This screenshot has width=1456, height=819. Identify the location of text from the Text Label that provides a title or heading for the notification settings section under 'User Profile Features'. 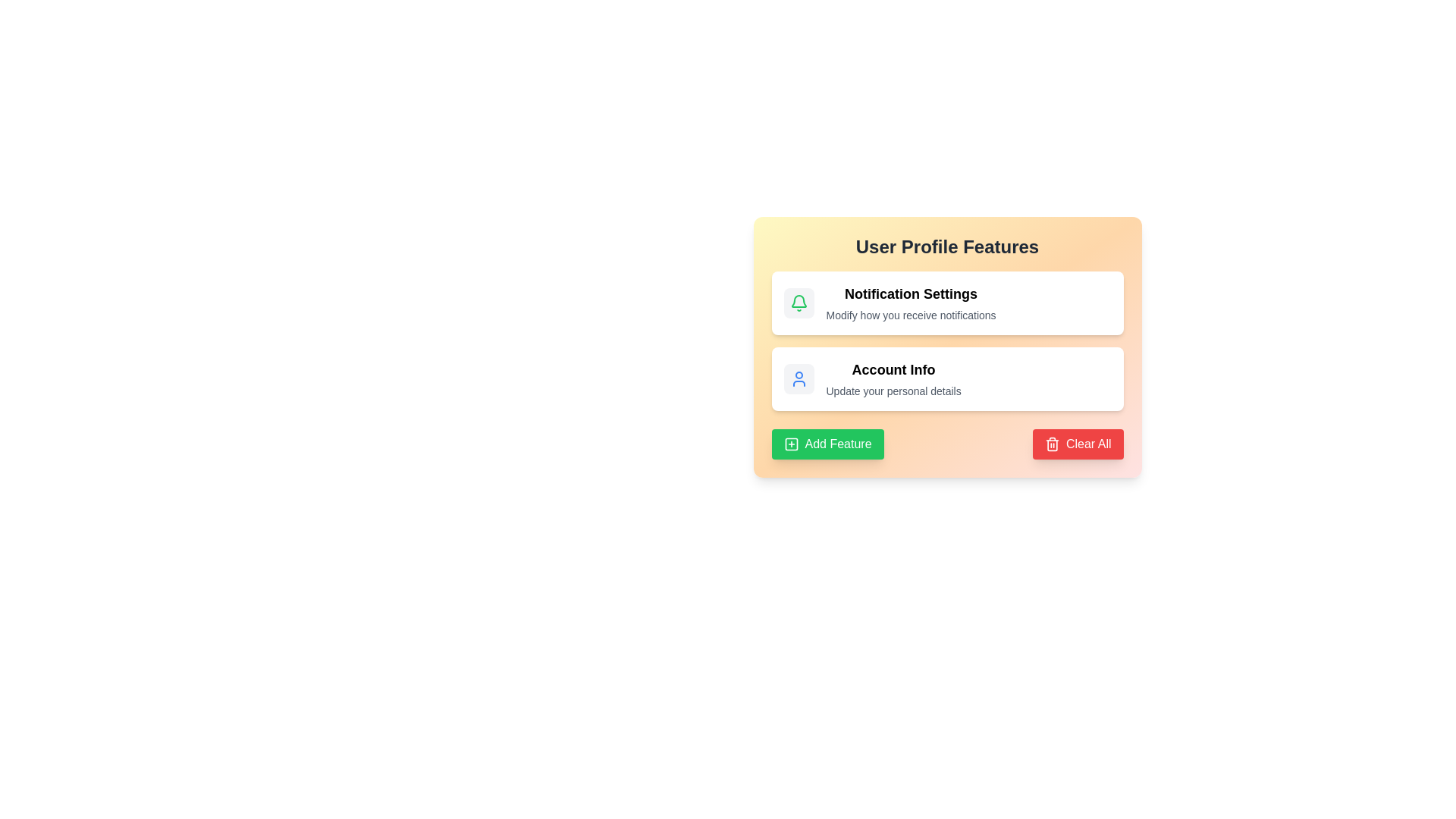
(910, 294).